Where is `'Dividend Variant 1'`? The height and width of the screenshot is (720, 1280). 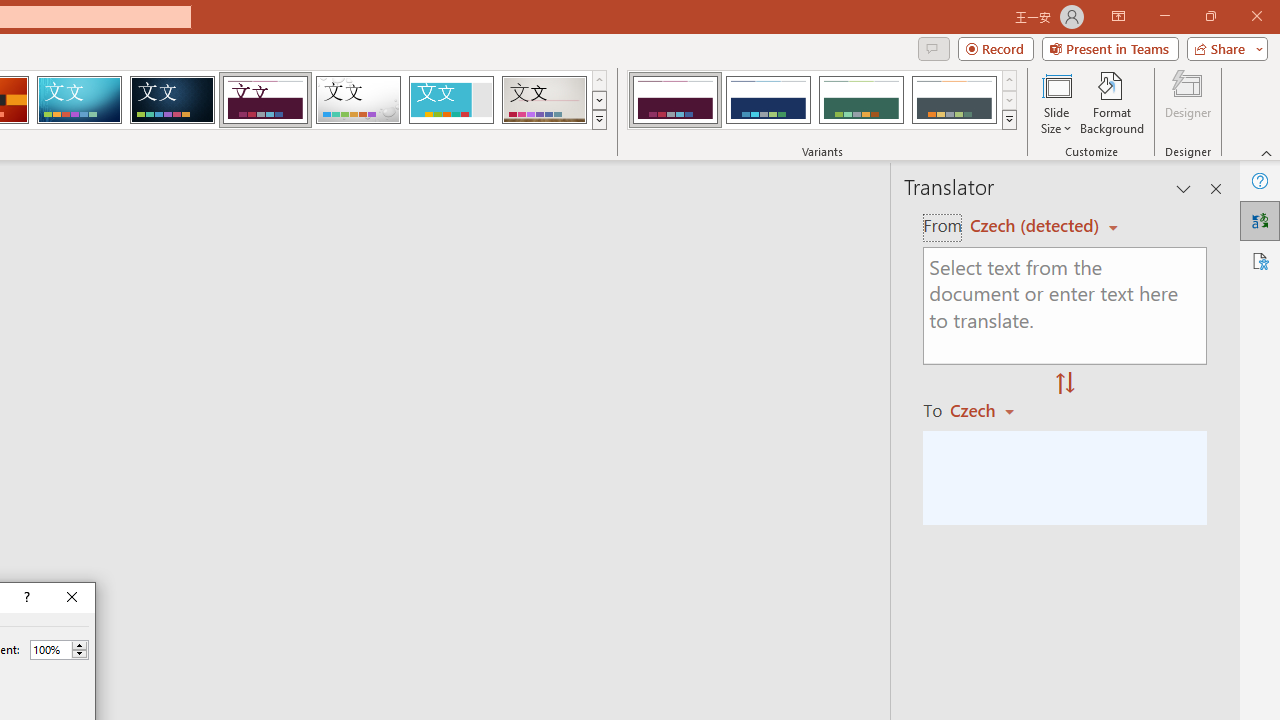 'Dividend Variant 1' is located at coordinates (675, 100).